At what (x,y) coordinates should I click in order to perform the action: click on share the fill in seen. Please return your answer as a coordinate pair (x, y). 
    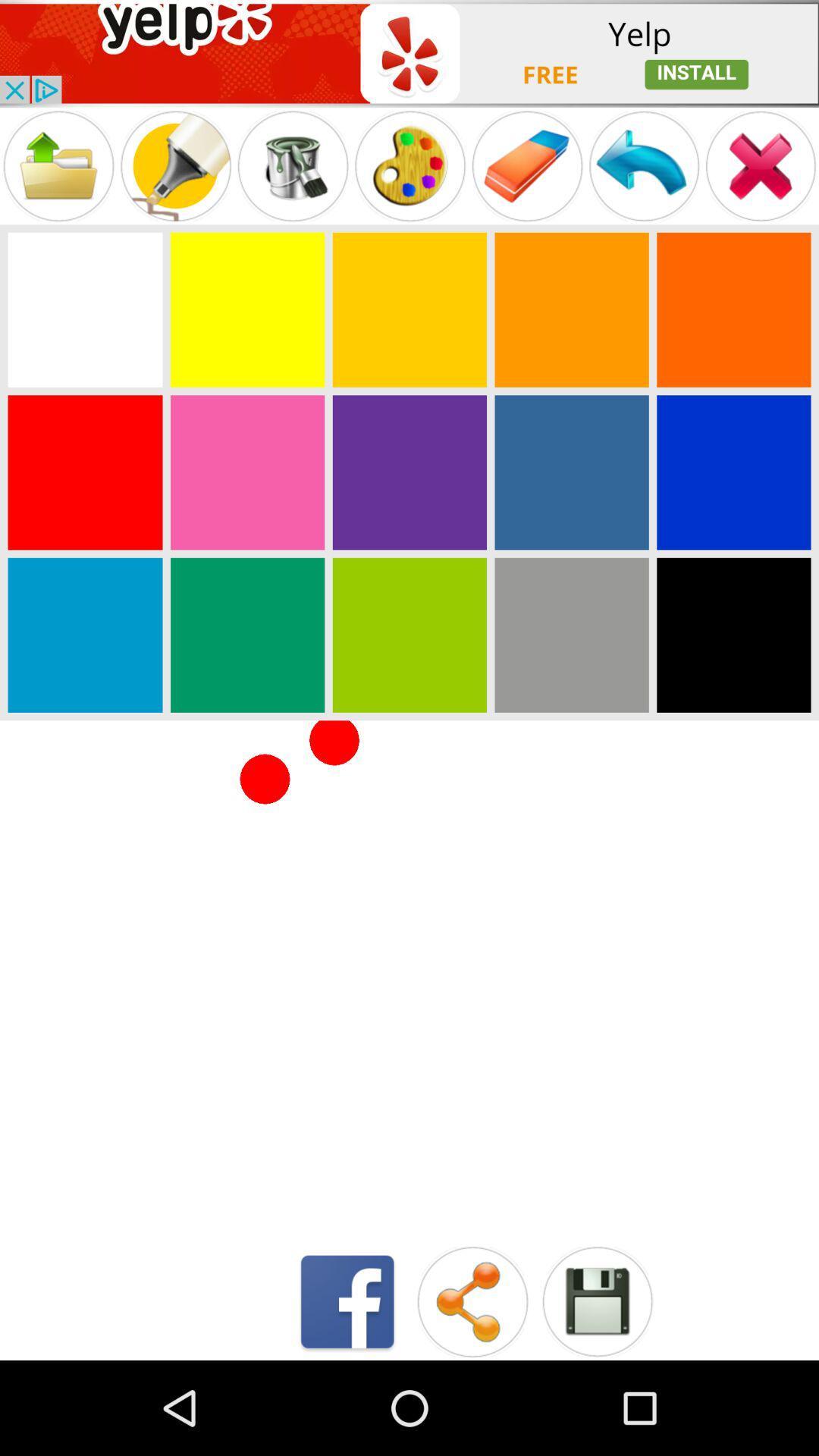
    Looking at the image, I should click on (472, 1301).